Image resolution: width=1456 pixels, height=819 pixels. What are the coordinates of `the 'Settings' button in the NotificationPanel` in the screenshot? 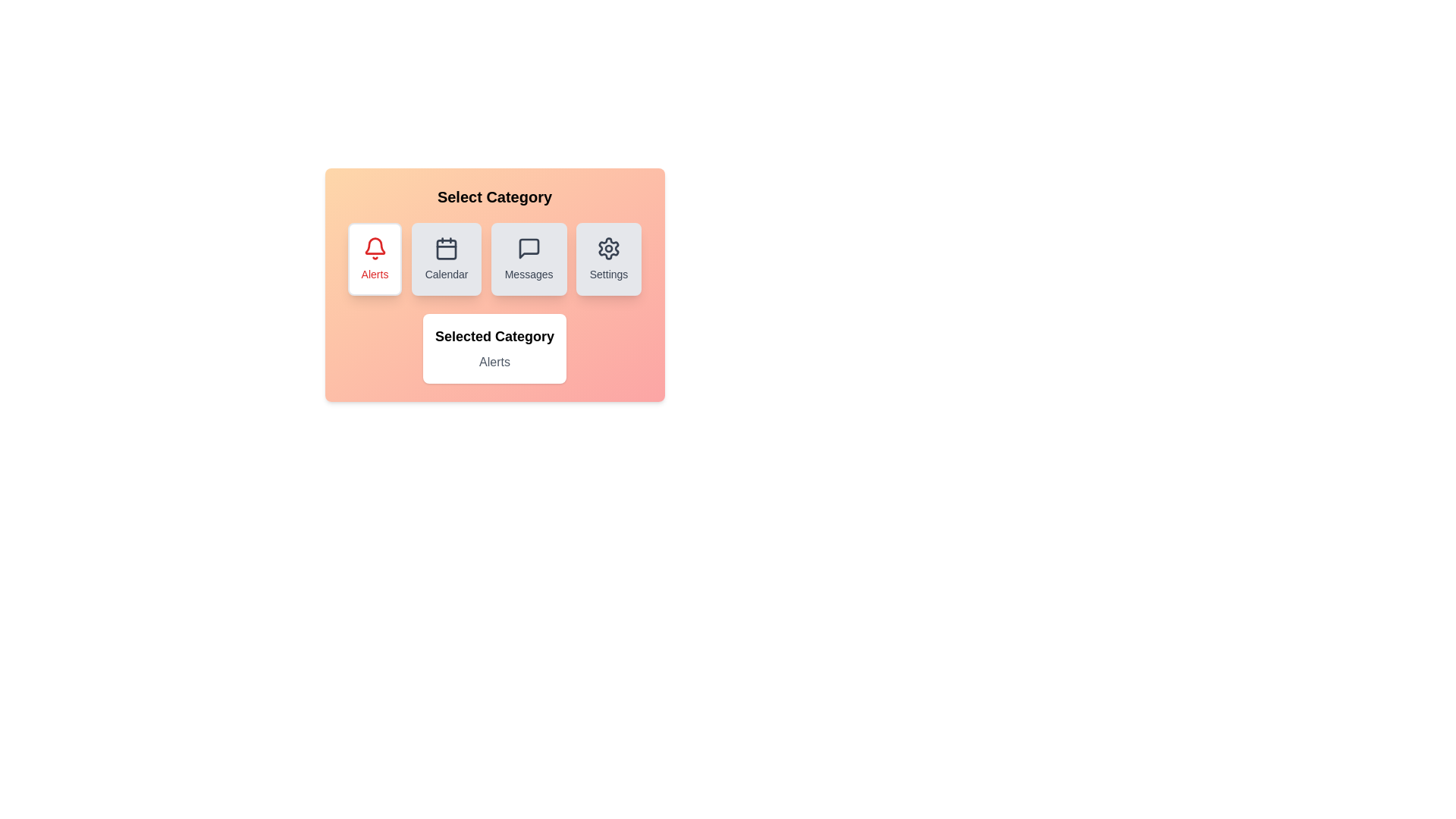 It's located at (608, 259).